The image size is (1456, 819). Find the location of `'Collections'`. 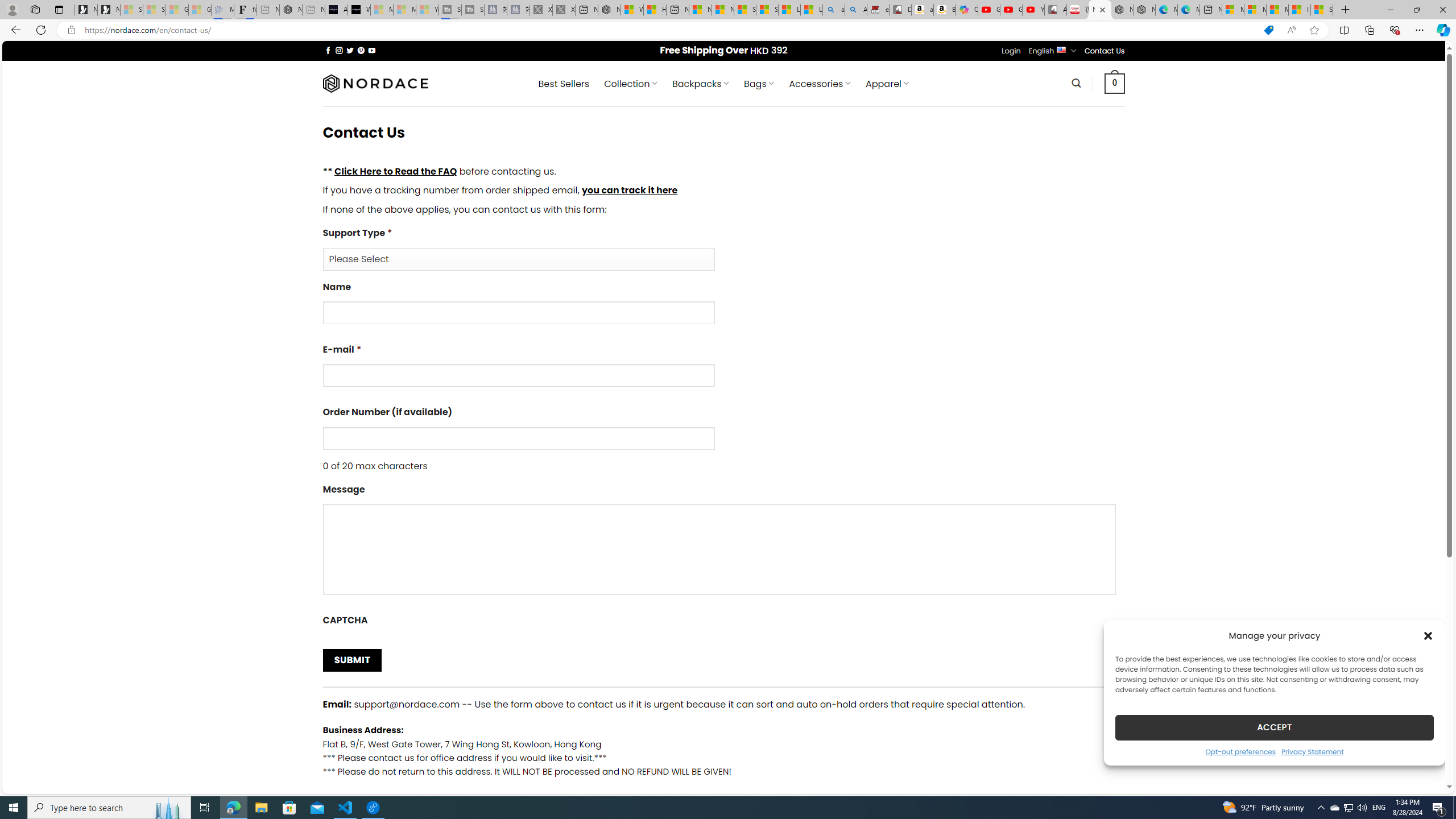

'Collections' is located at coordinates (1368, 29).